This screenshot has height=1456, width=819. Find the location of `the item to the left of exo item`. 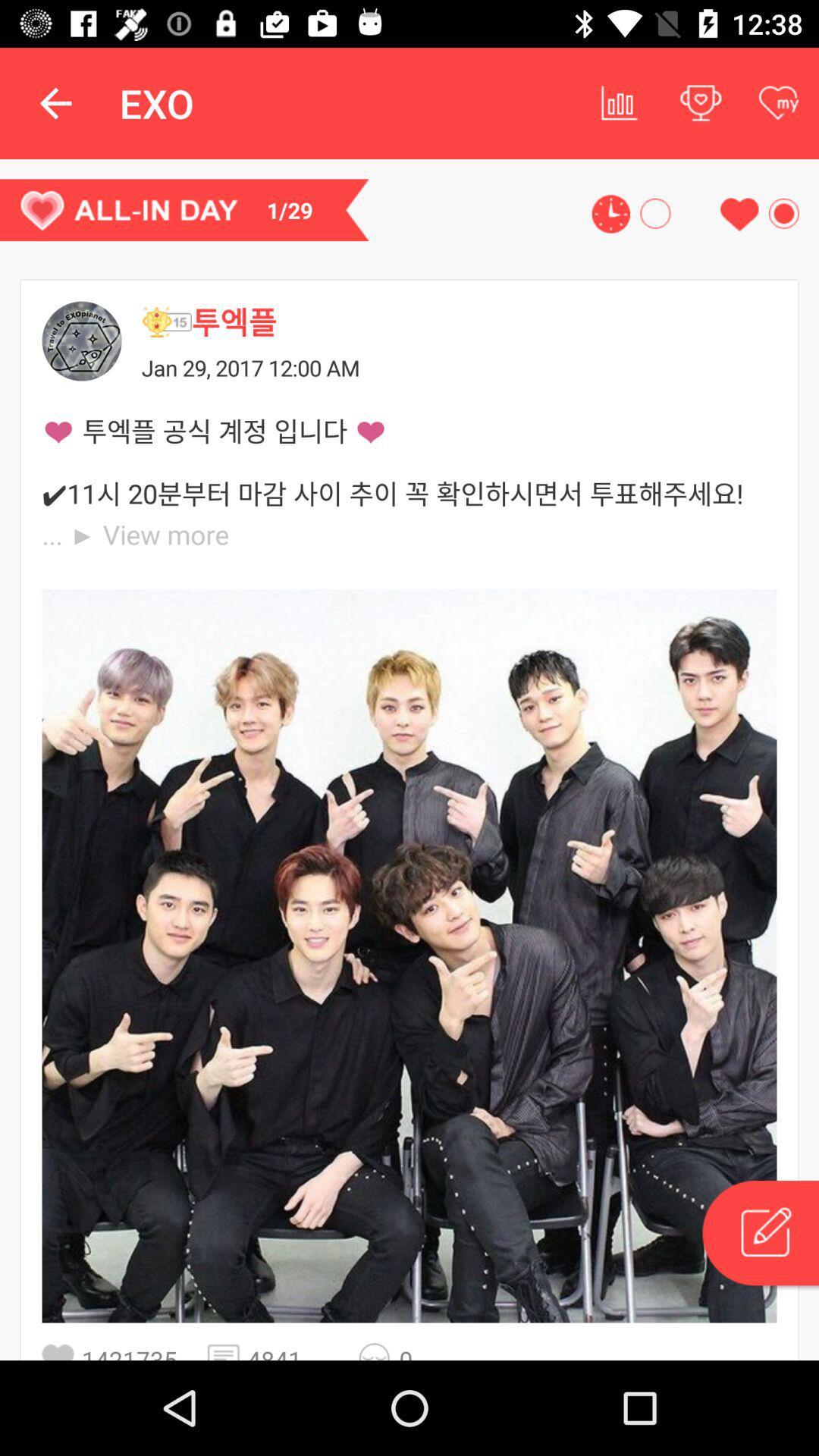

the item to the left of exo item is located at coordinates (55, 102).